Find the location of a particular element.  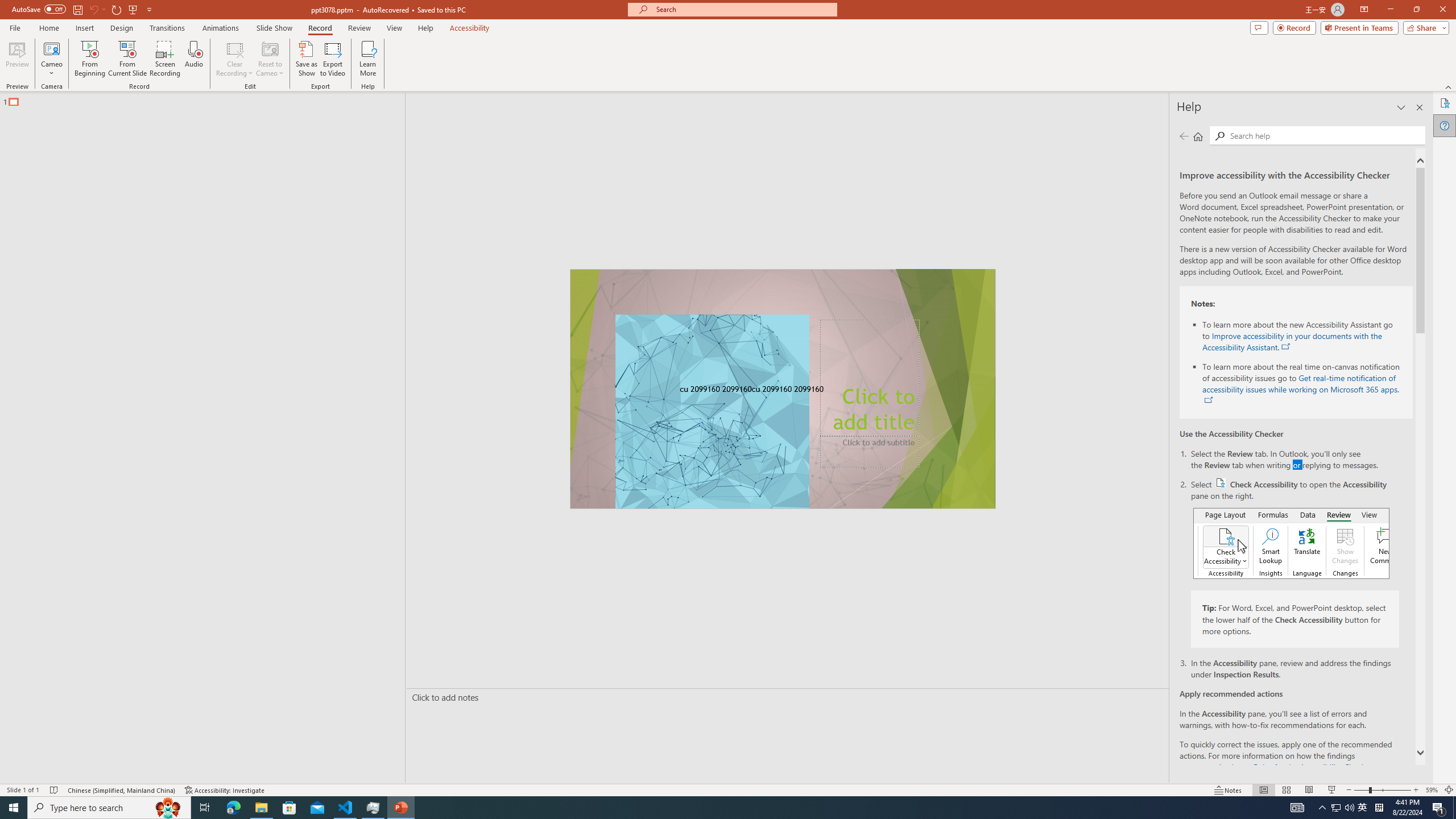

'Export to Video' is located at coordinates (332, 59).